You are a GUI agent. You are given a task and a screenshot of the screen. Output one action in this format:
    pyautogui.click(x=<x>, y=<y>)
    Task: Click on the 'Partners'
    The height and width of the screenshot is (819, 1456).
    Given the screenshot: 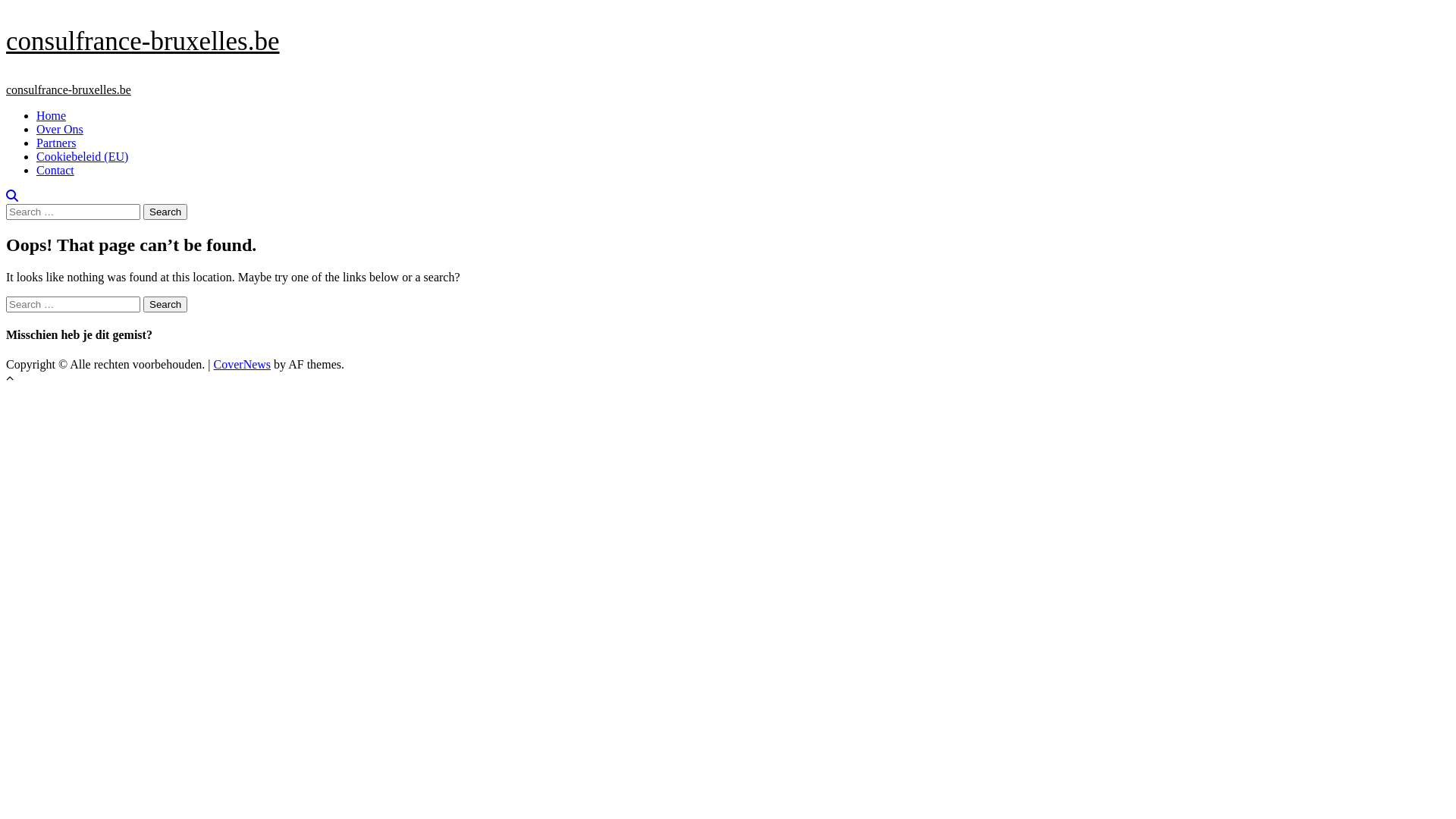 What is the action you would take?
    pyautogui.click(x=55, y=143)
    